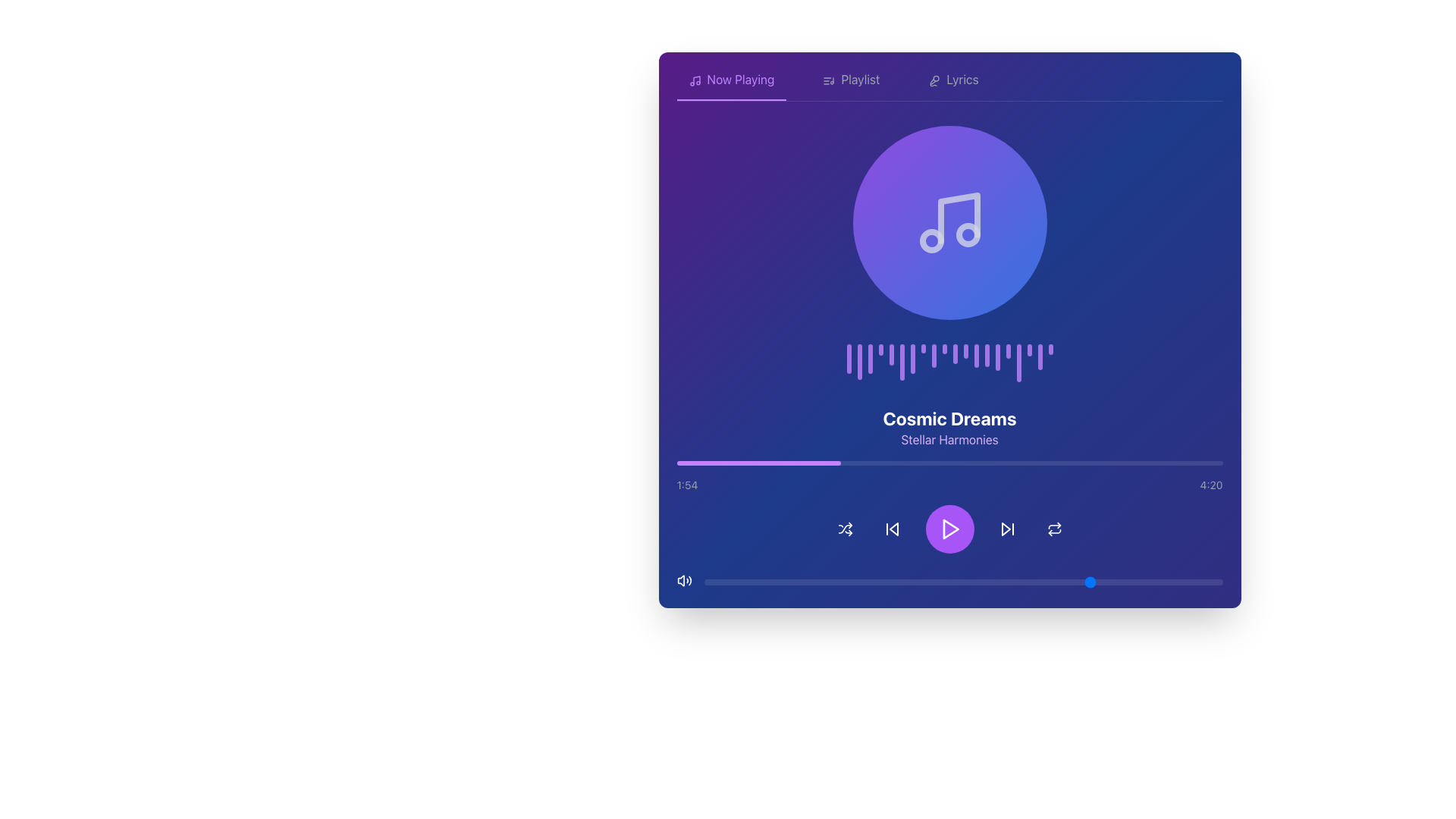 This screenshot has height=819, width=1456. I want to click on the thirteenth vertical bar in the graphical visualization sequence that represents data or progress, so click(976, 356).